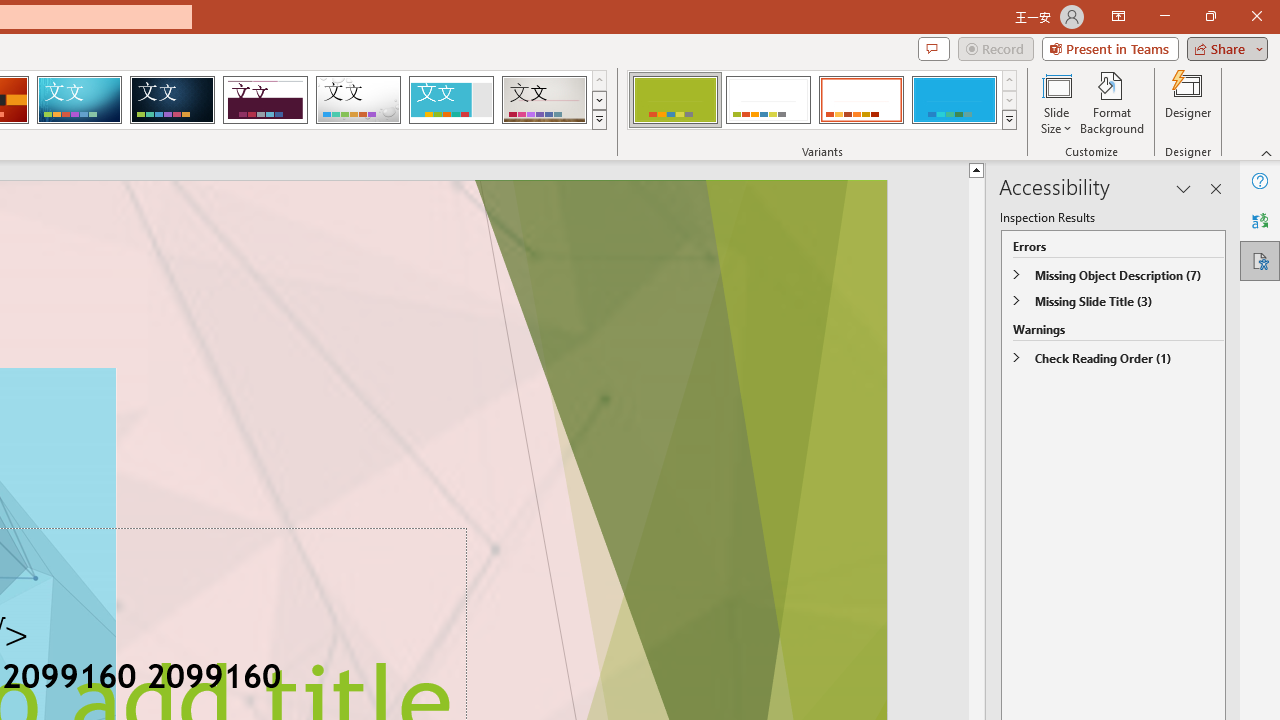 The height and width of the screenshot is (720, 1280). Describe the element at coordinates (767, 100) in the screenshot. I see `'Basis Variant 2'` at that location.